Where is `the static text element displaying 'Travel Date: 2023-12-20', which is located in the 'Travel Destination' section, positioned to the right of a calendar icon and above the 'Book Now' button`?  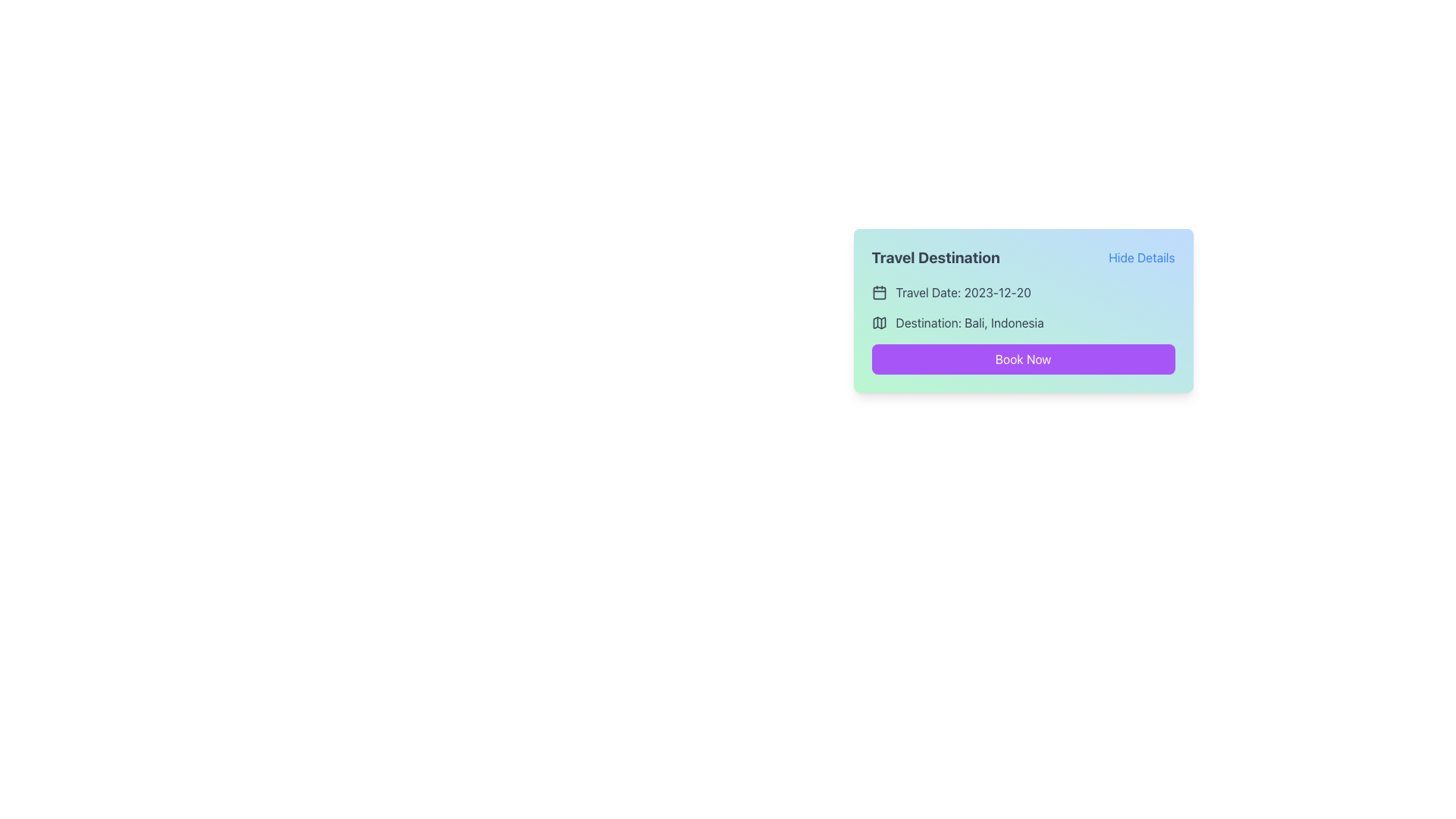
the static text element displaying 'Travel Date: 2023-12-20', which is located in the 'Travel Destination' section, positioned to the right of a calendar icon and above the 'Book Now' button is located at coordinates (962, 292).